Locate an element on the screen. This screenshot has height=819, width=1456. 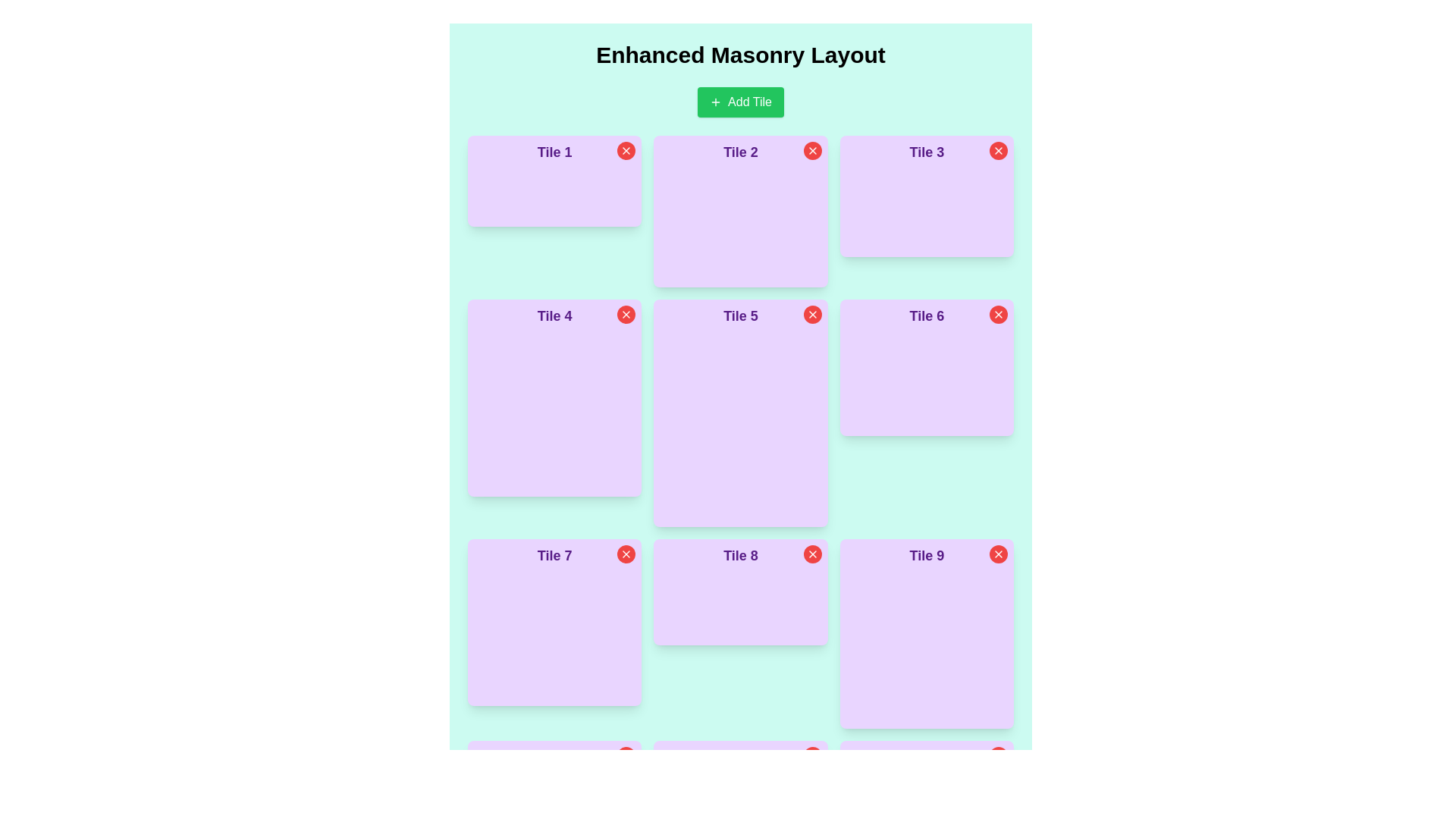
the dismiss button located at the top-right corner of the box labeled 'Tile 4' is located at coordinates (626, 314).